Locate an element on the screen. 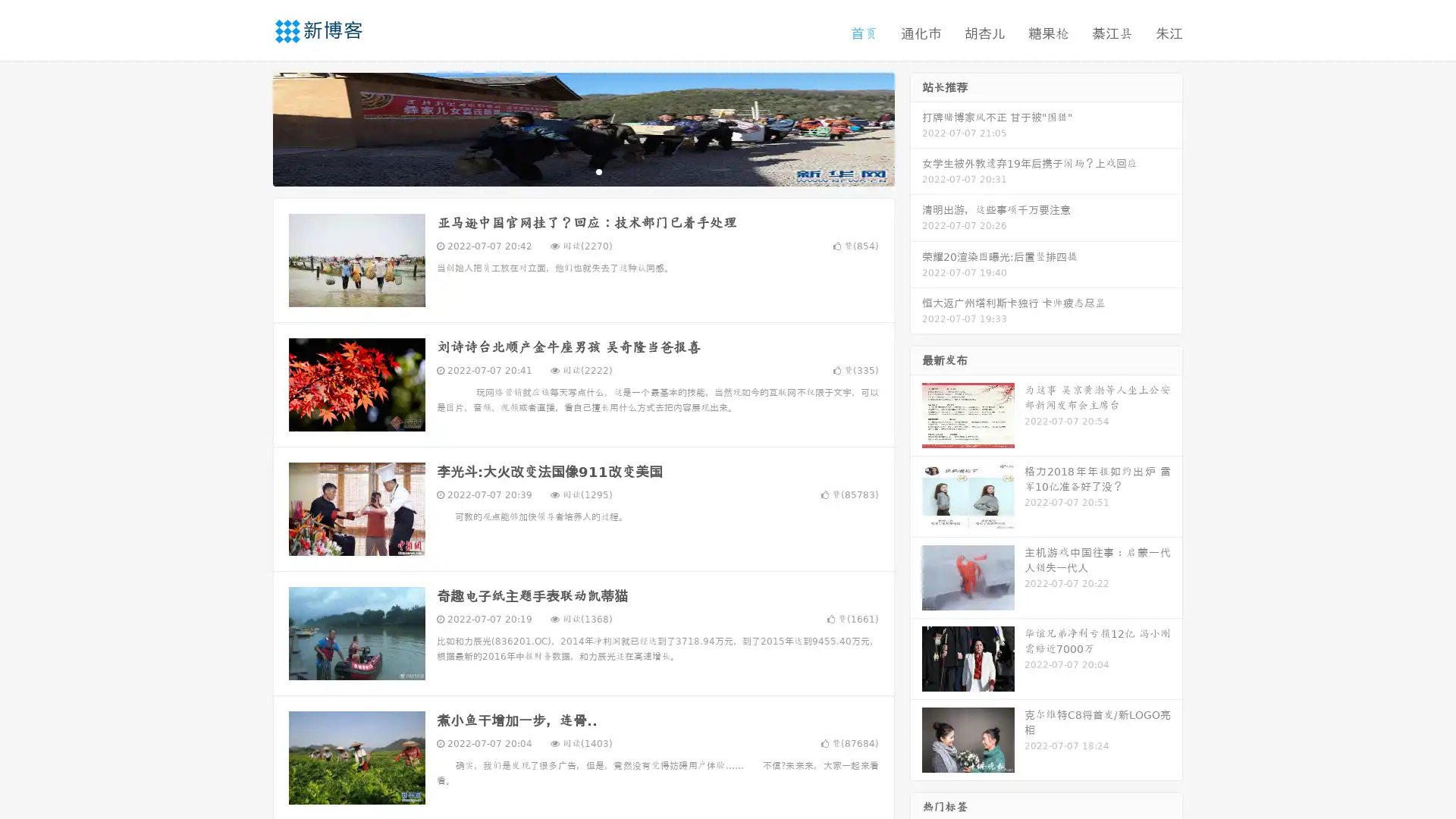 The height and width of the screenshot is (819, 1456). Go to slide 1 is located at coordinates (567, 171).